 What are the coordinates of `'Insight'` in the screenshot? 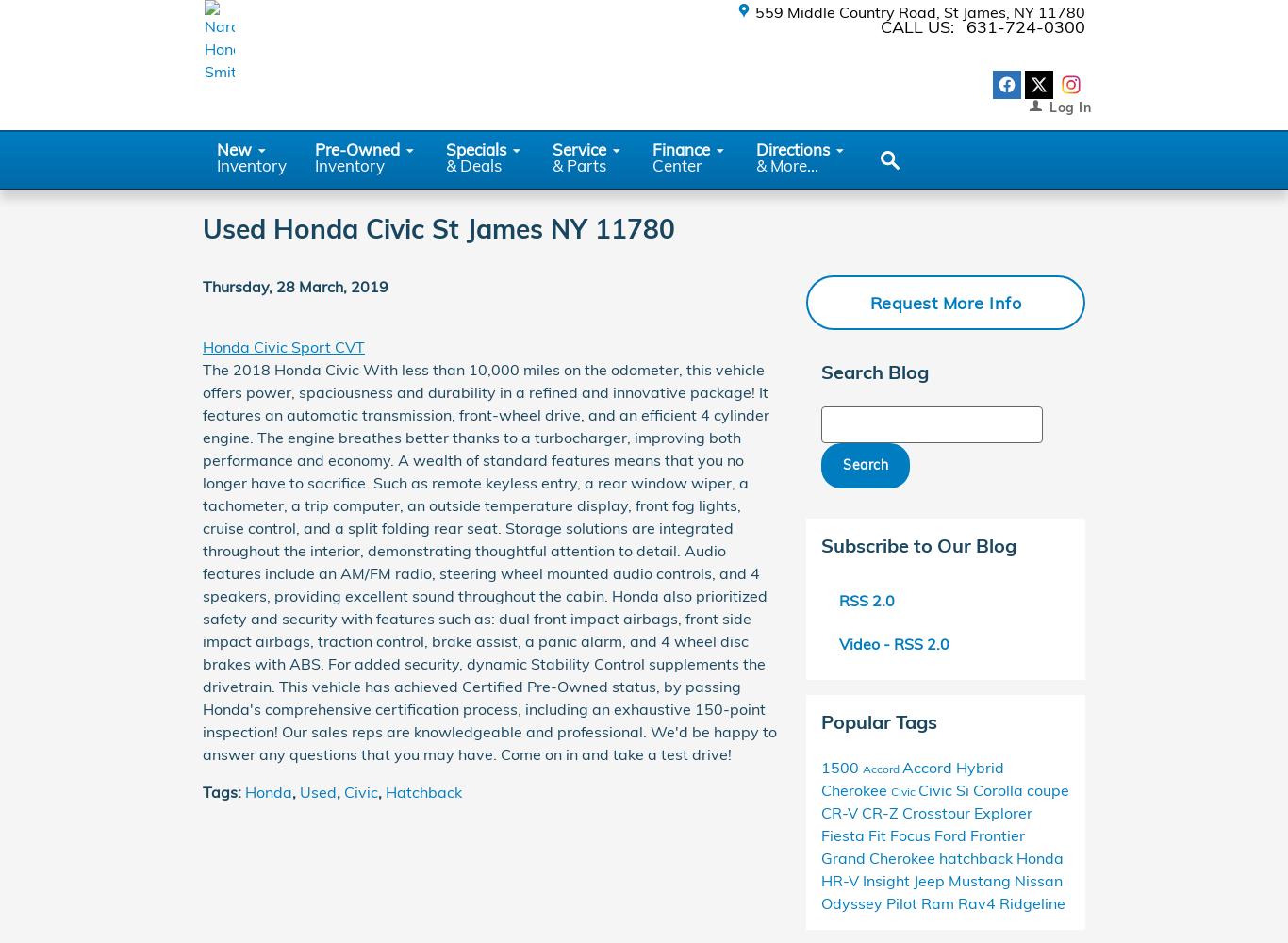 It's located at (887, 880).